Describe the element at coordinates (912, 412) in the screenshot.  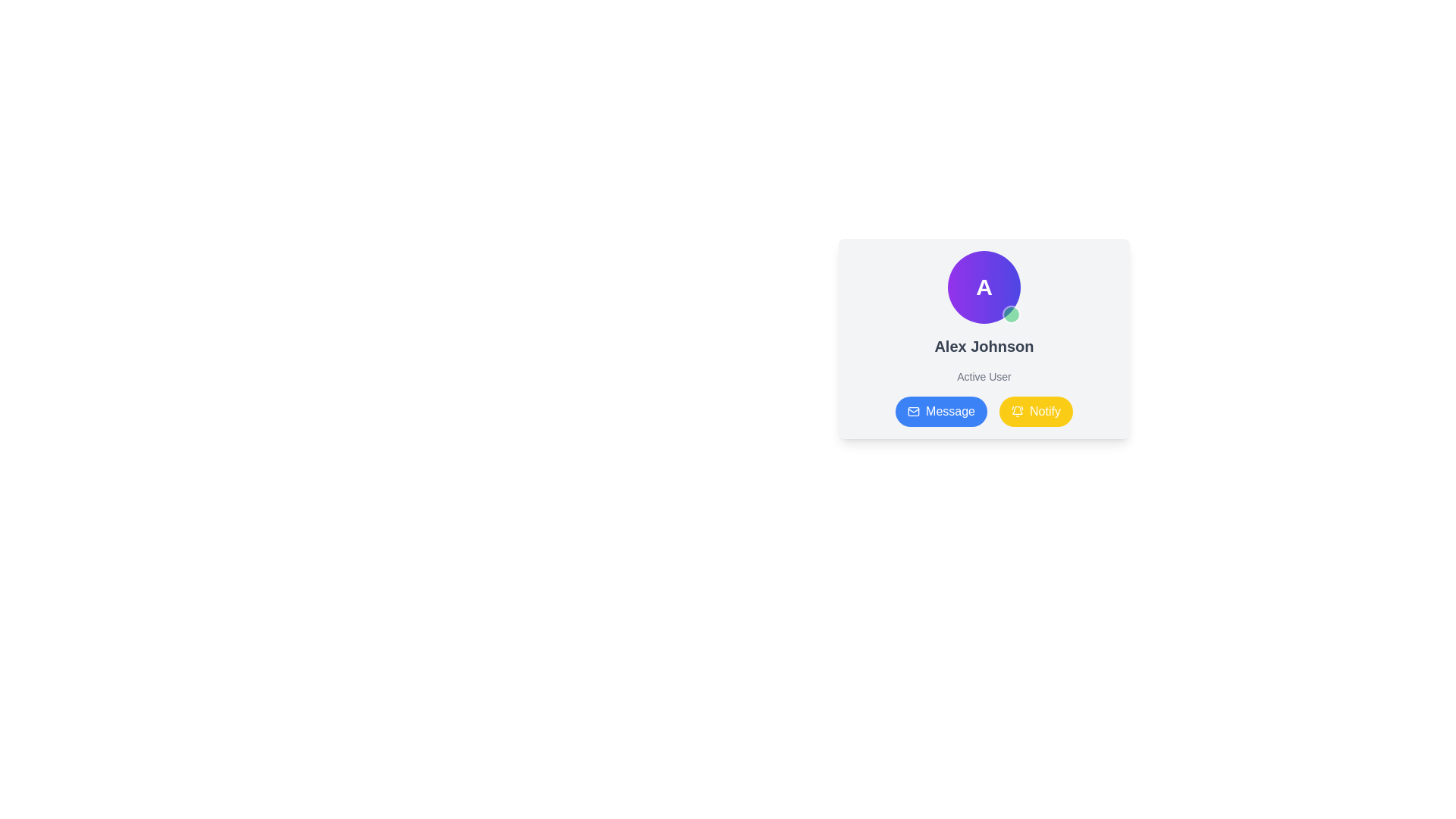
I see `the inner rectangle of the message icon associated with communication functionality, located within the blue button labeled 'Message' below Alex Johnson's profile information` at that location.